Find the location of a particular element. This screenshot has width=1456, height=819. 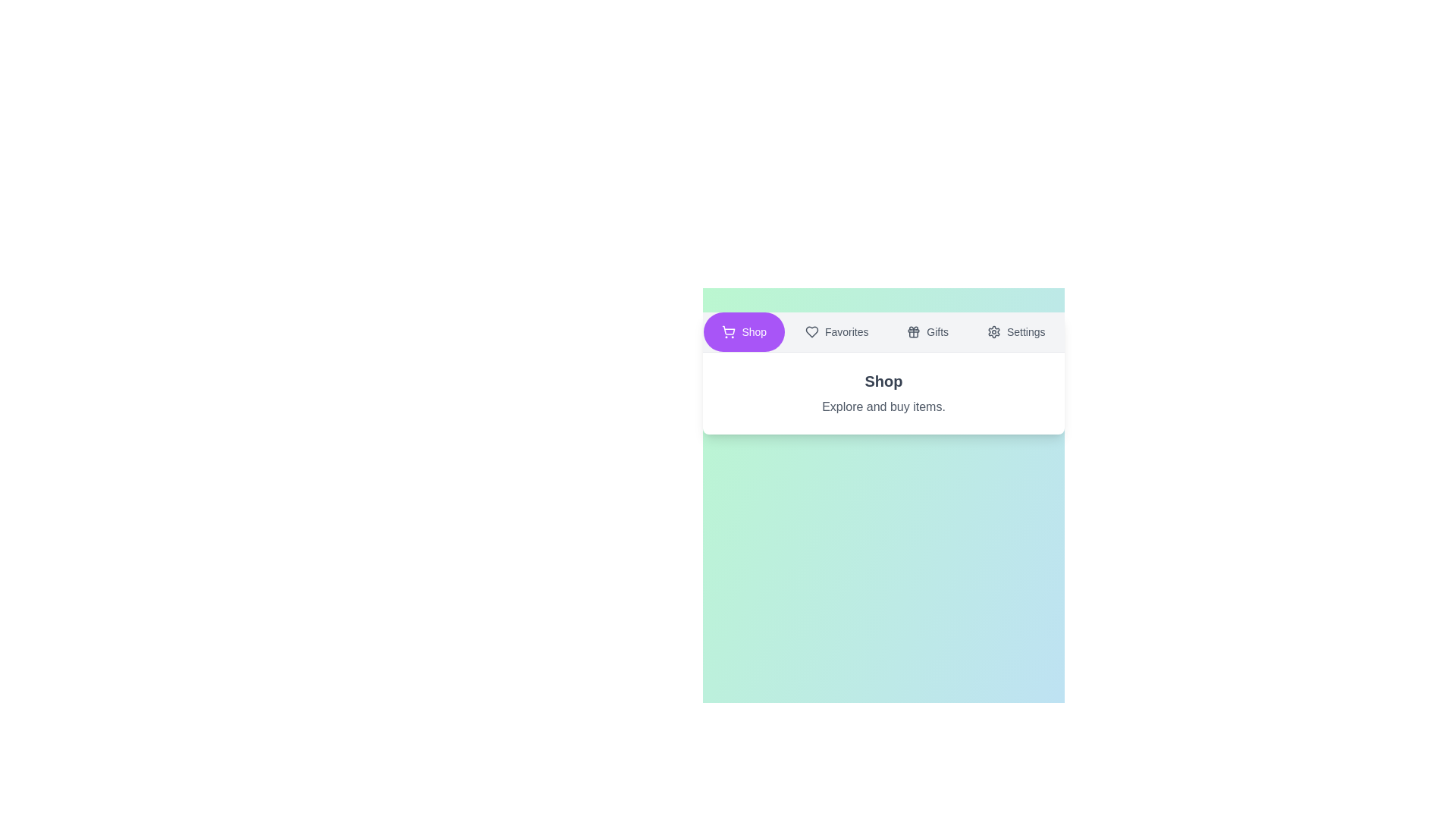

the button labeled Shop is located at coordinates (744, 331).